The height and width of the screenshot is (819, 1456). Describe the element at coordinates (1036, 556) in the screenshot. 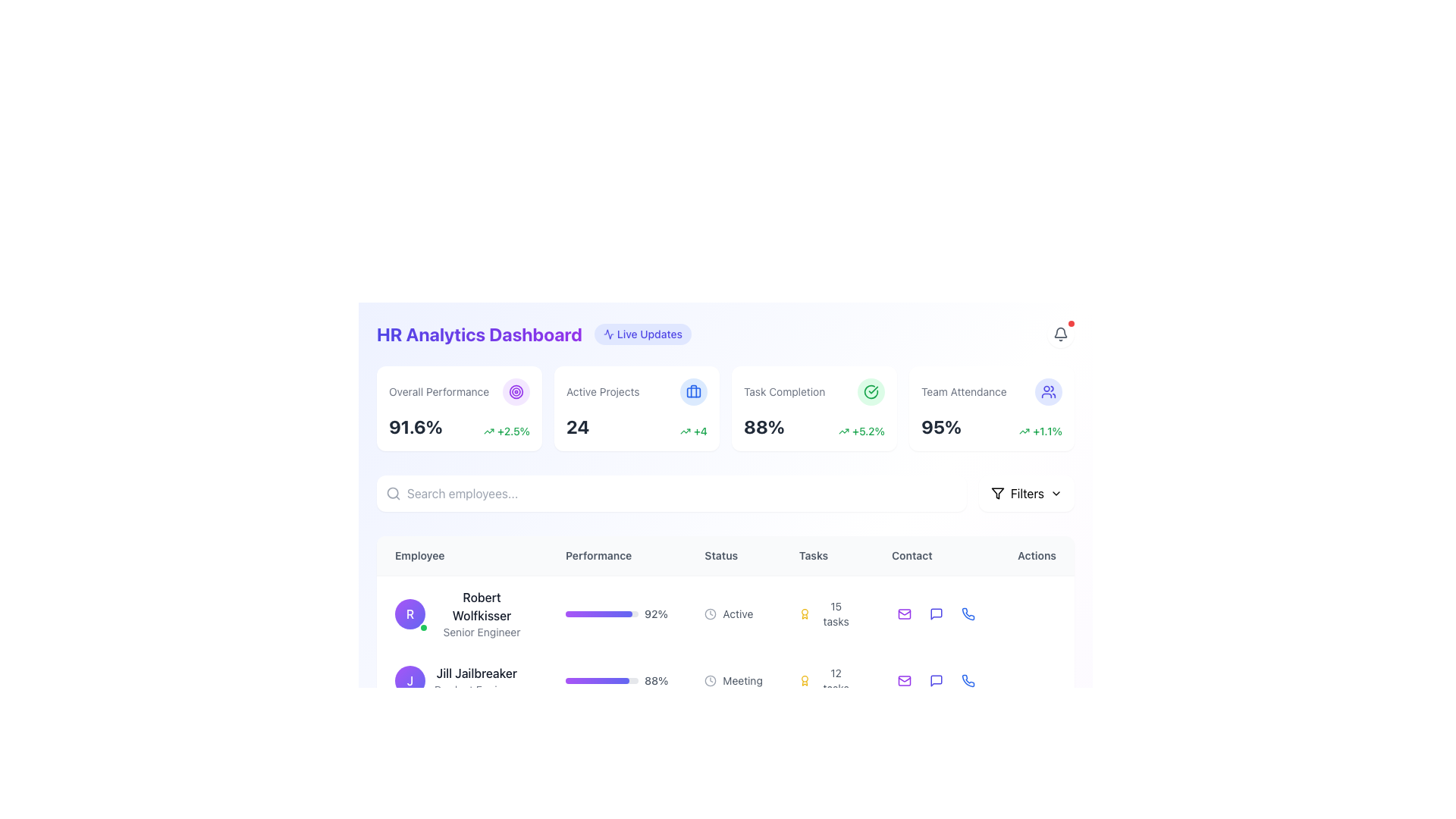

I see `the 'Actions' text label in the top-right corner of the header row of the table, which is the last column after 'Contact'` at that location.